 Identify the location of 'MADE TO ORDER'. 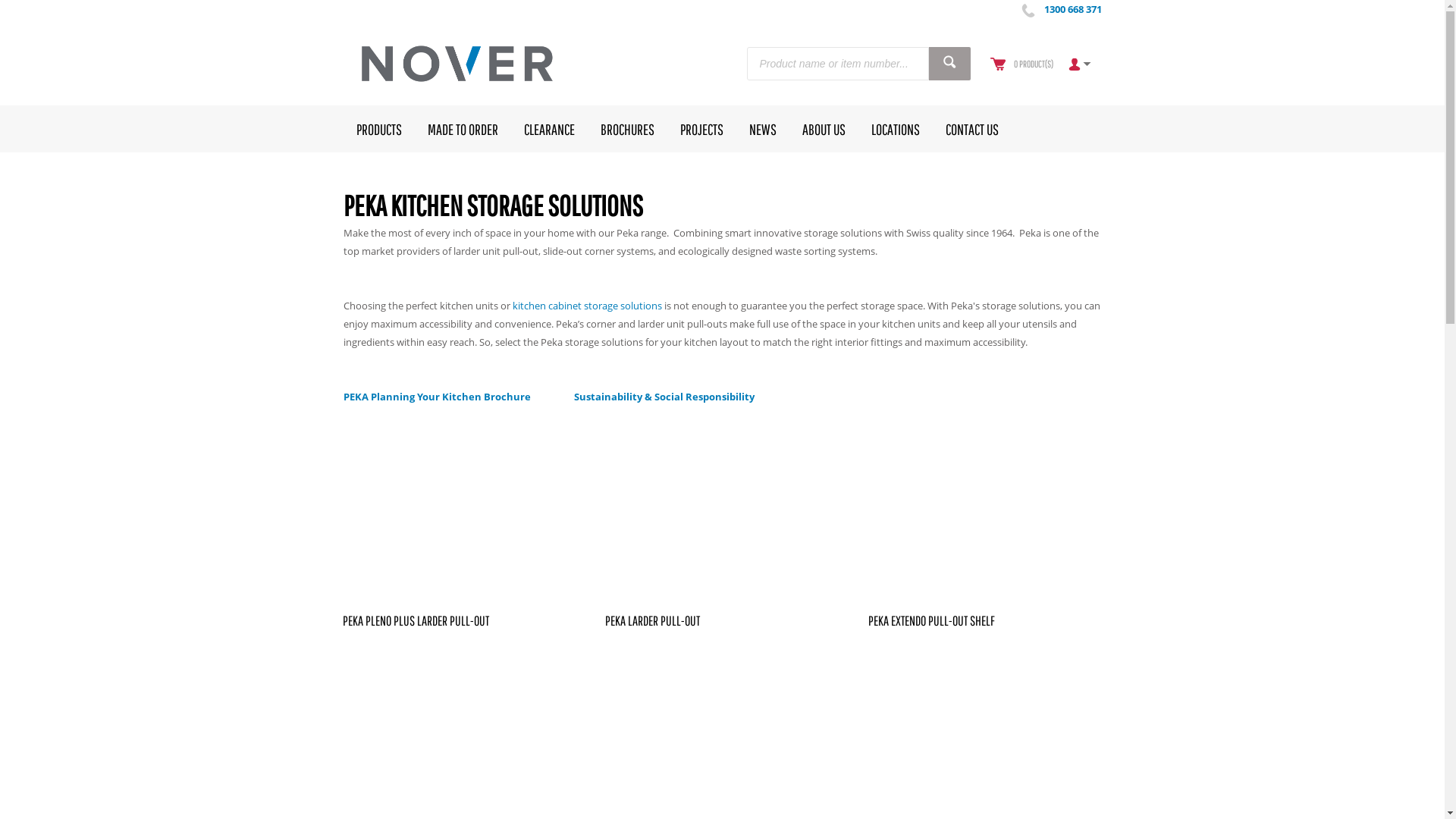
(414, 127).